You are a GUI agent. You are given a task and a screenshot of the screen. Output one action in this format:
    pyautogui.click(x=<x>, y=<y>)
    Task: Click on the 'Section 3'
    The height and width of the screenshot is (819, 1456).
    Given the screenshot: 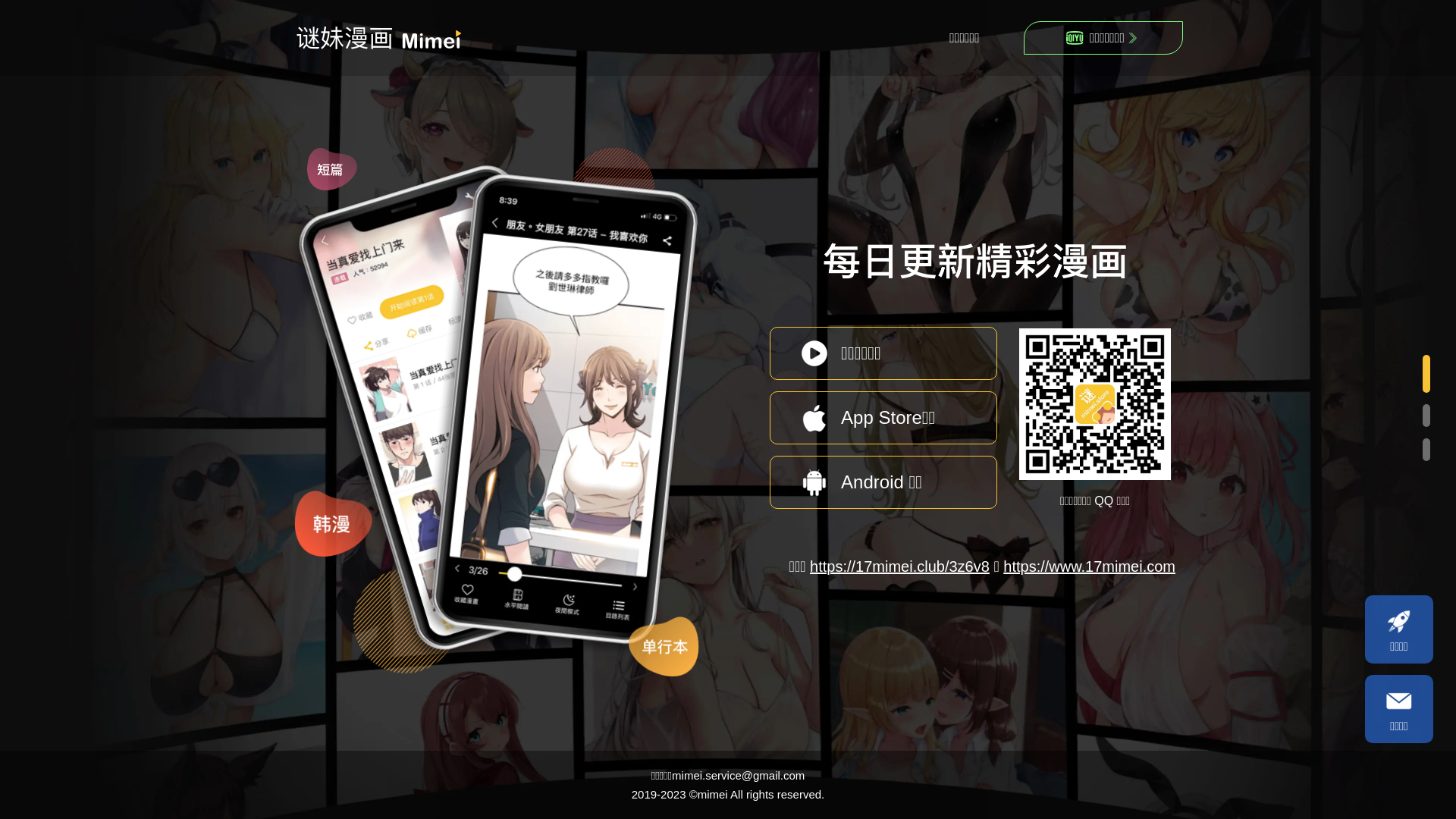 What is the action you would take?
    pyautogui.click(x=1423, y=450)
    